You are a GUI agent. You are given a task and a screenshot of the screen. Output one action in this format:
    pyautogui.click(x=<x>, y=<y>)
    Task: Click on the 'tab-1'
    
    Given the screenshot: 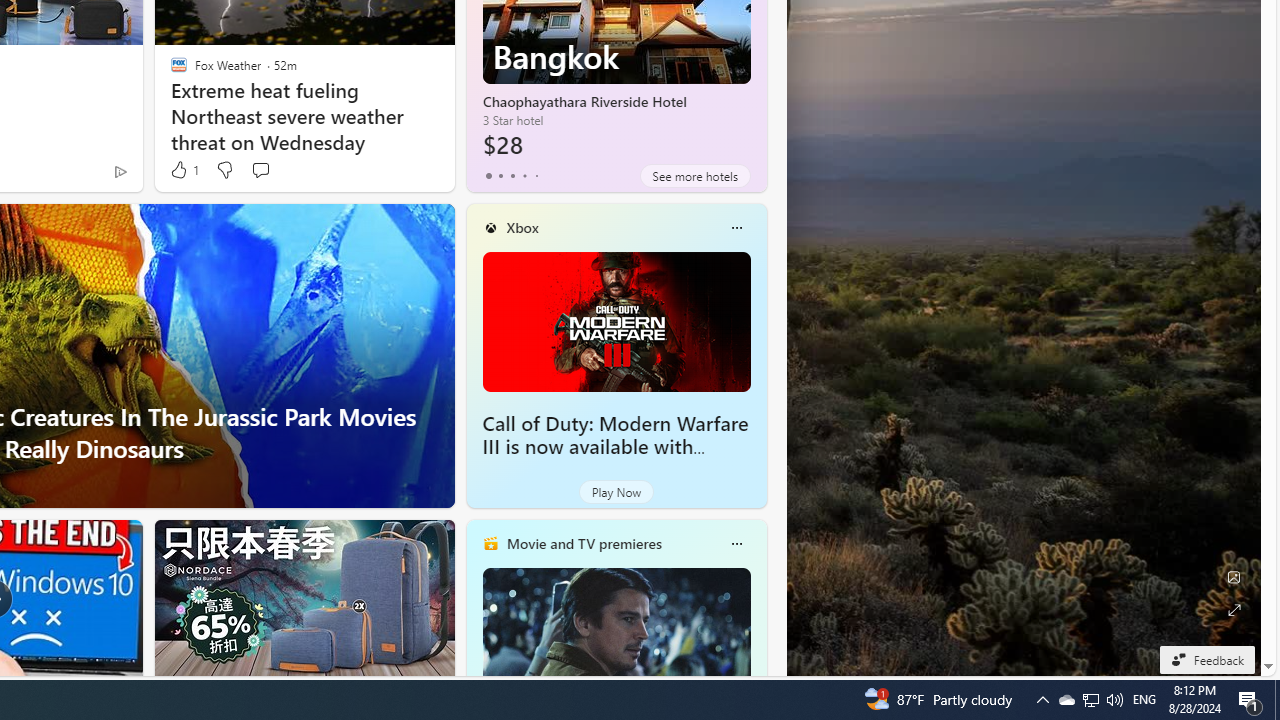 What is the action you would take?
    pyautogui.click(x=500, y=175)
    